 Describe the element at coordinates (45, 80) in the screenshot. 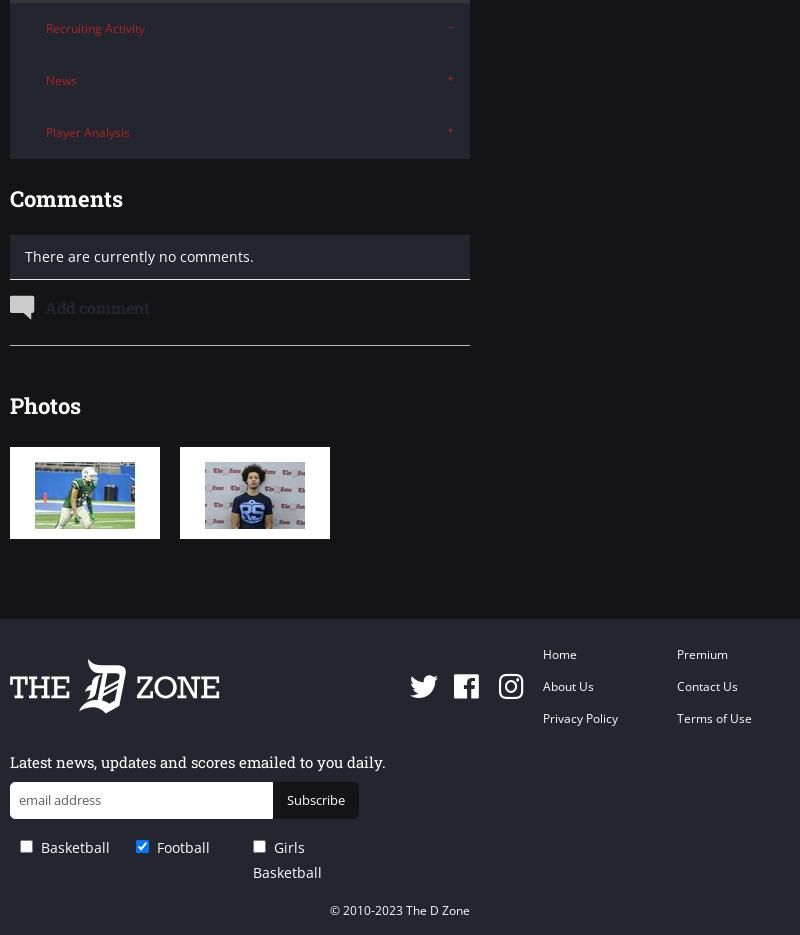

I see `'News'` at that location.